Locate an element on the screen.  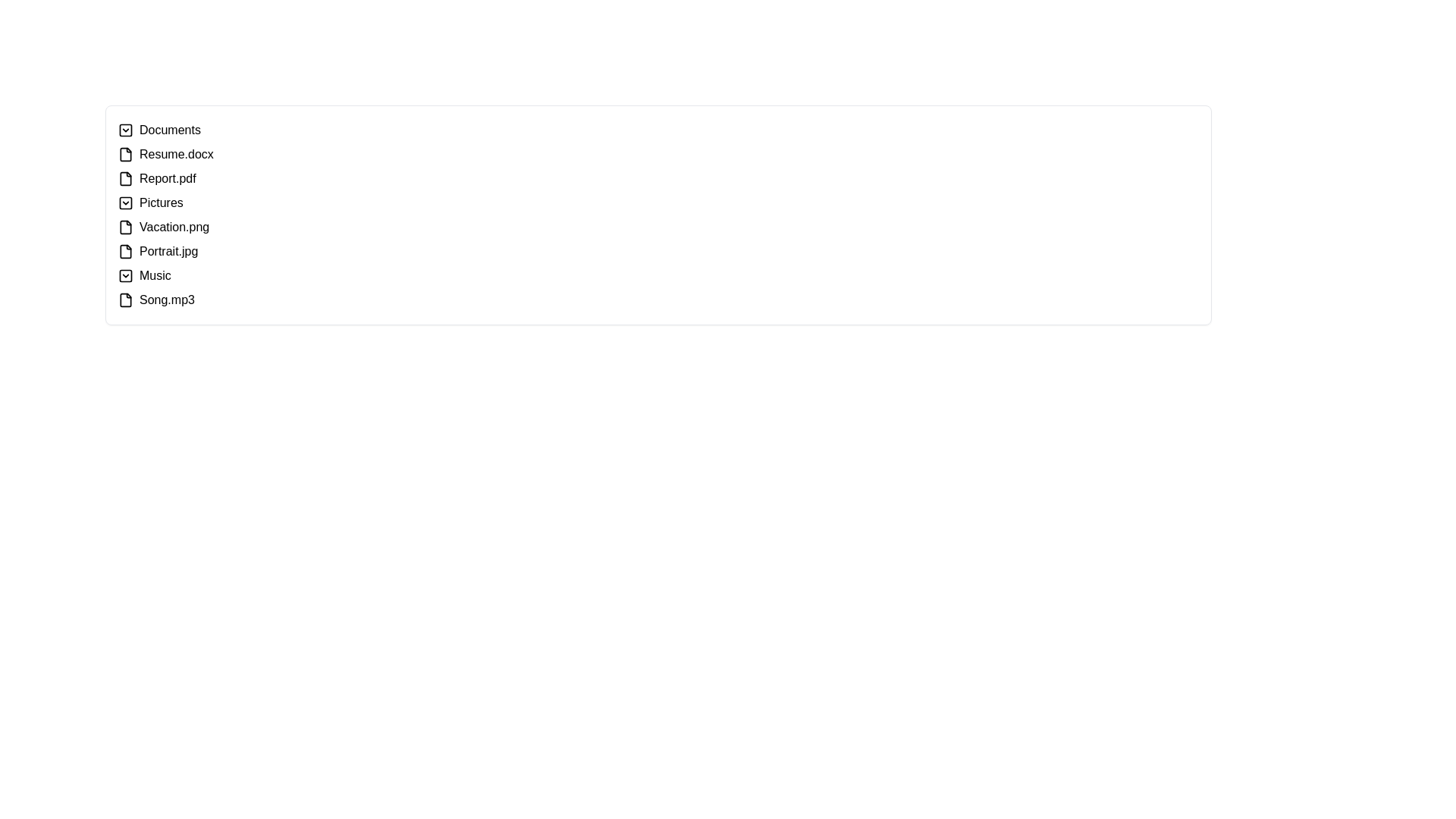
the 'Documents' category label is located at coordinates (170, 130).